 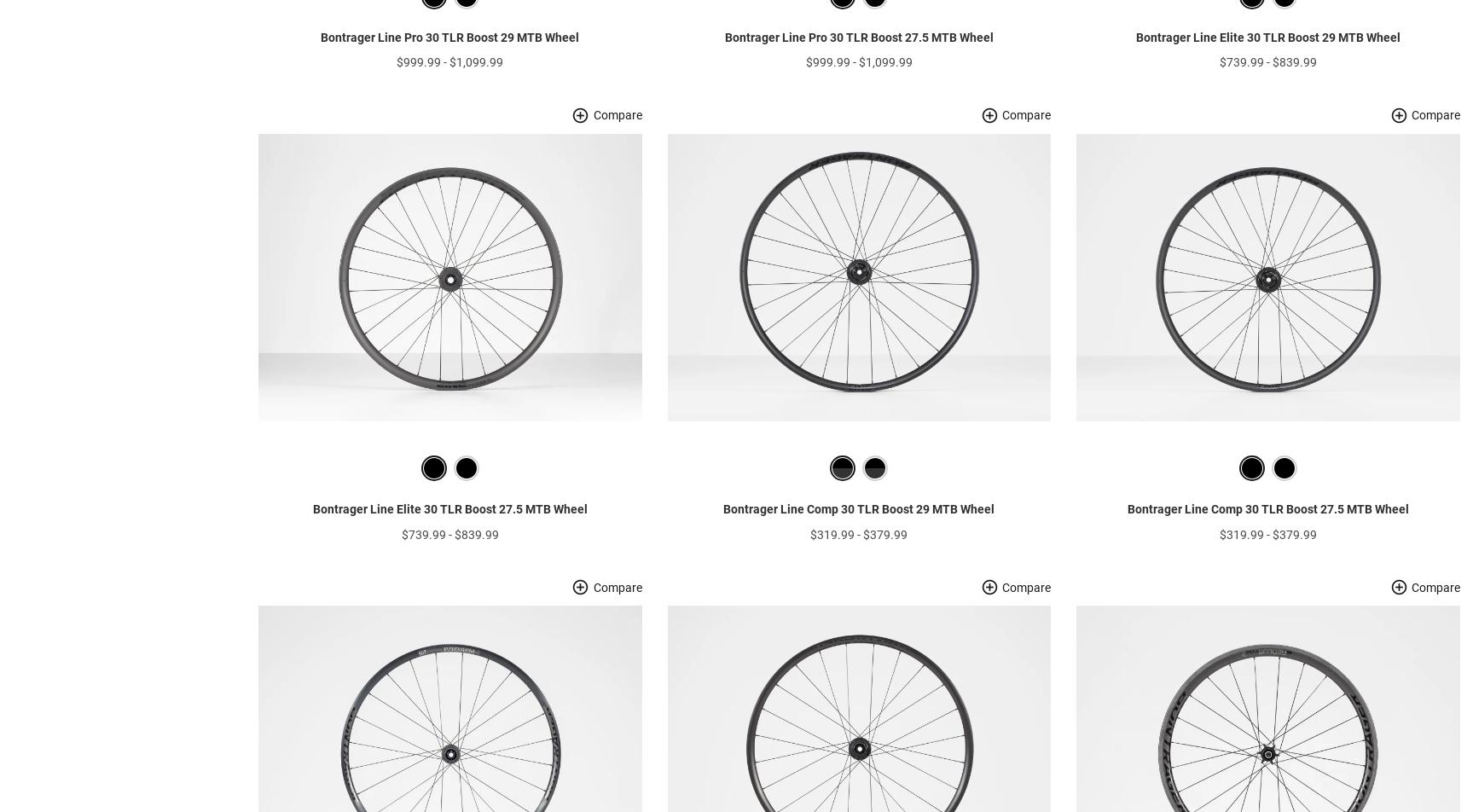 What do you see at coordinates (858, 62) in the screenshot?
I see `'Bontrager Line Pro 30 TLR Boost 27.5 MTB Wheel'` at bounding box center [858, 62].